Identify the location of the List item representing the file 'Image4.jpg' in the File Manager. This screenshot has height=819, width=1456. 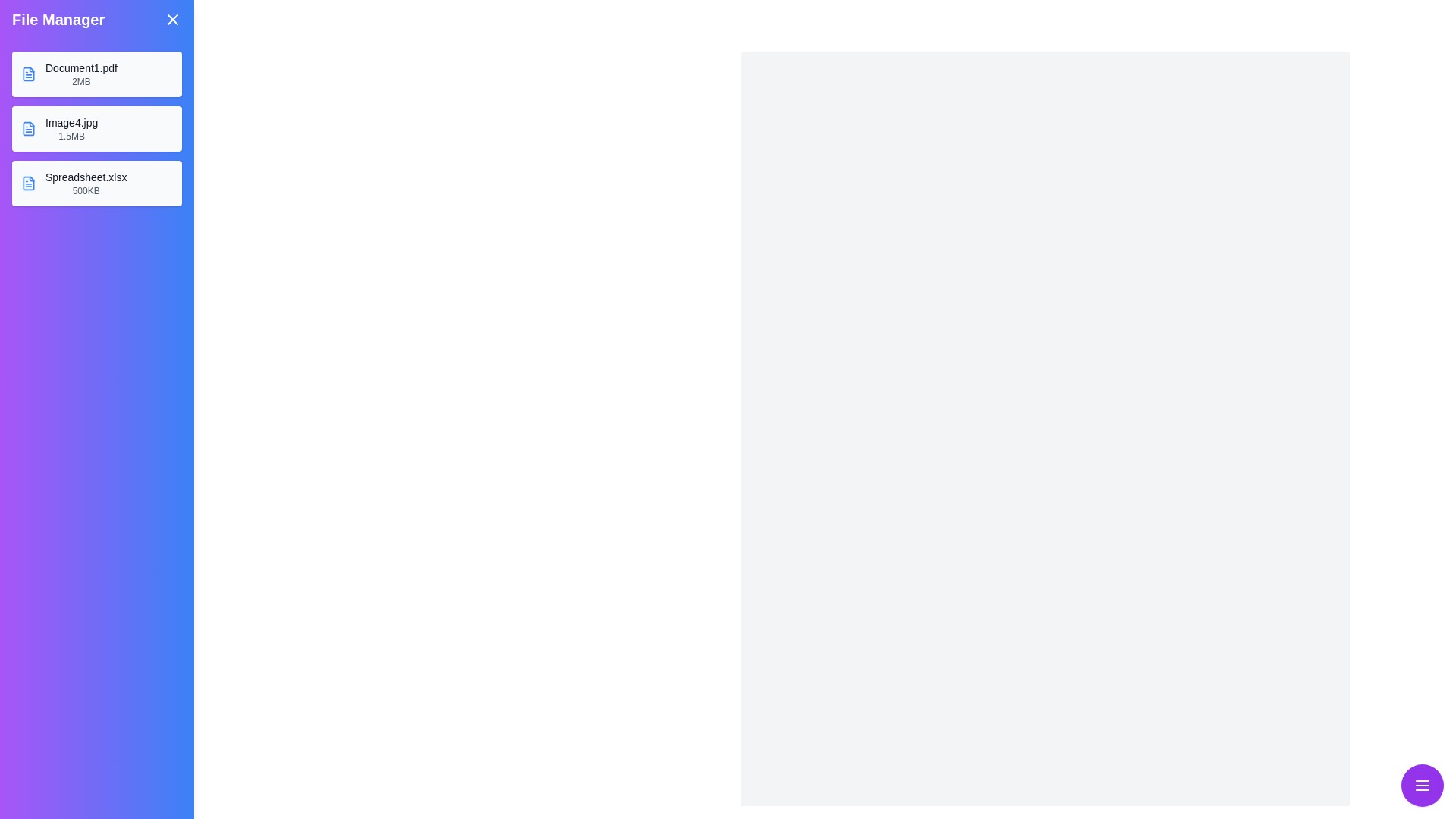
(96, 127).